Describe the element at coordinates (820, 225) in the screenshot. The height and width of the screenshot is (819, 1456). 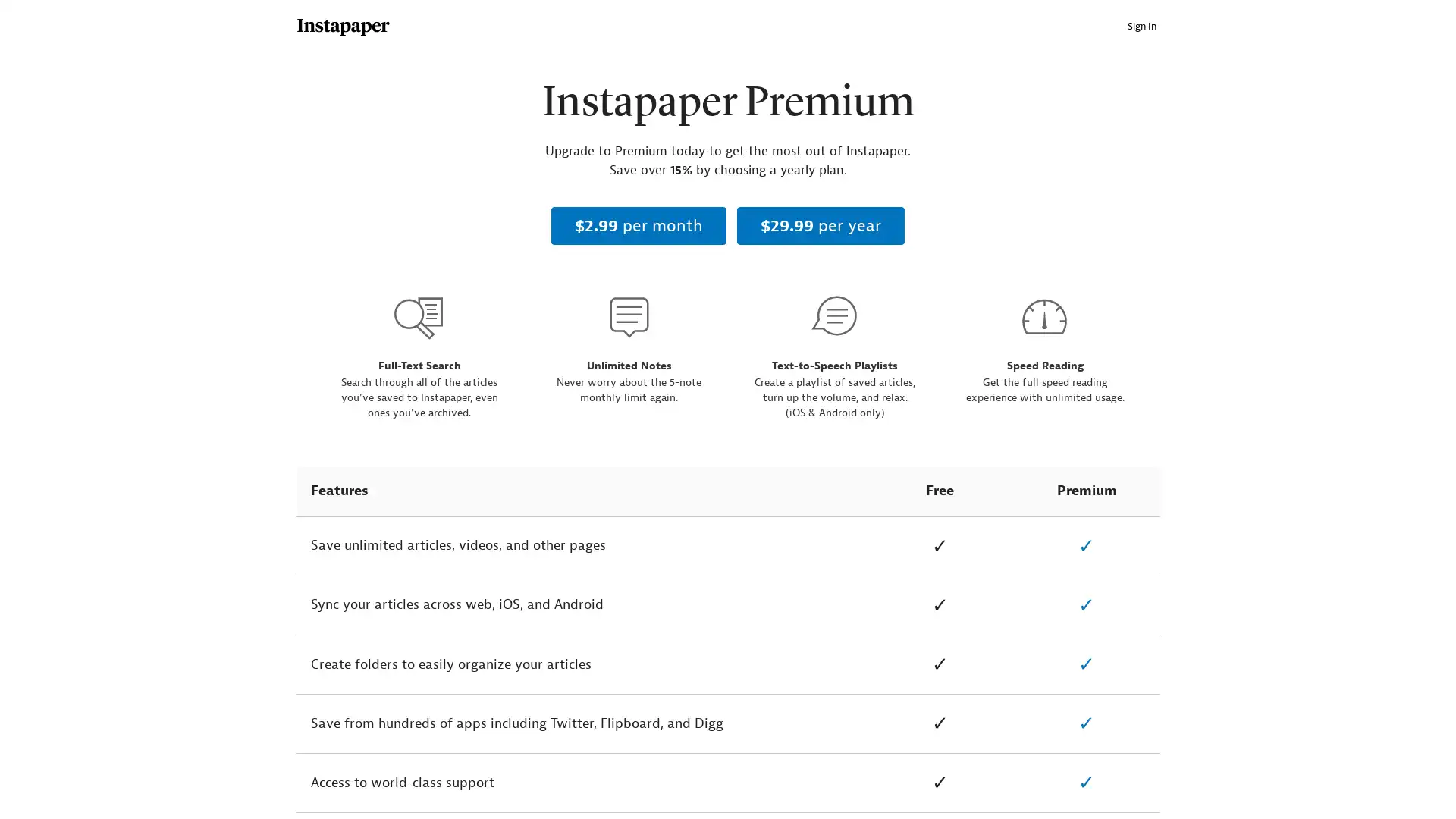
I see `$29.99 per year` at that location.